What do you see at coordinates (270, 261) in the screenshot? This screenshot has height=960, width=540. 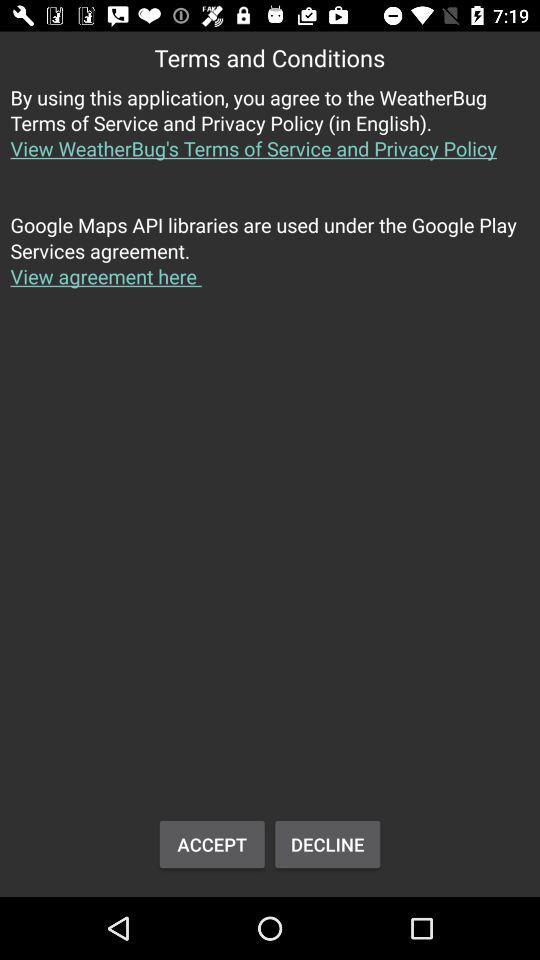 I see `item below the by using this icon` at bounding box center [270, 261].